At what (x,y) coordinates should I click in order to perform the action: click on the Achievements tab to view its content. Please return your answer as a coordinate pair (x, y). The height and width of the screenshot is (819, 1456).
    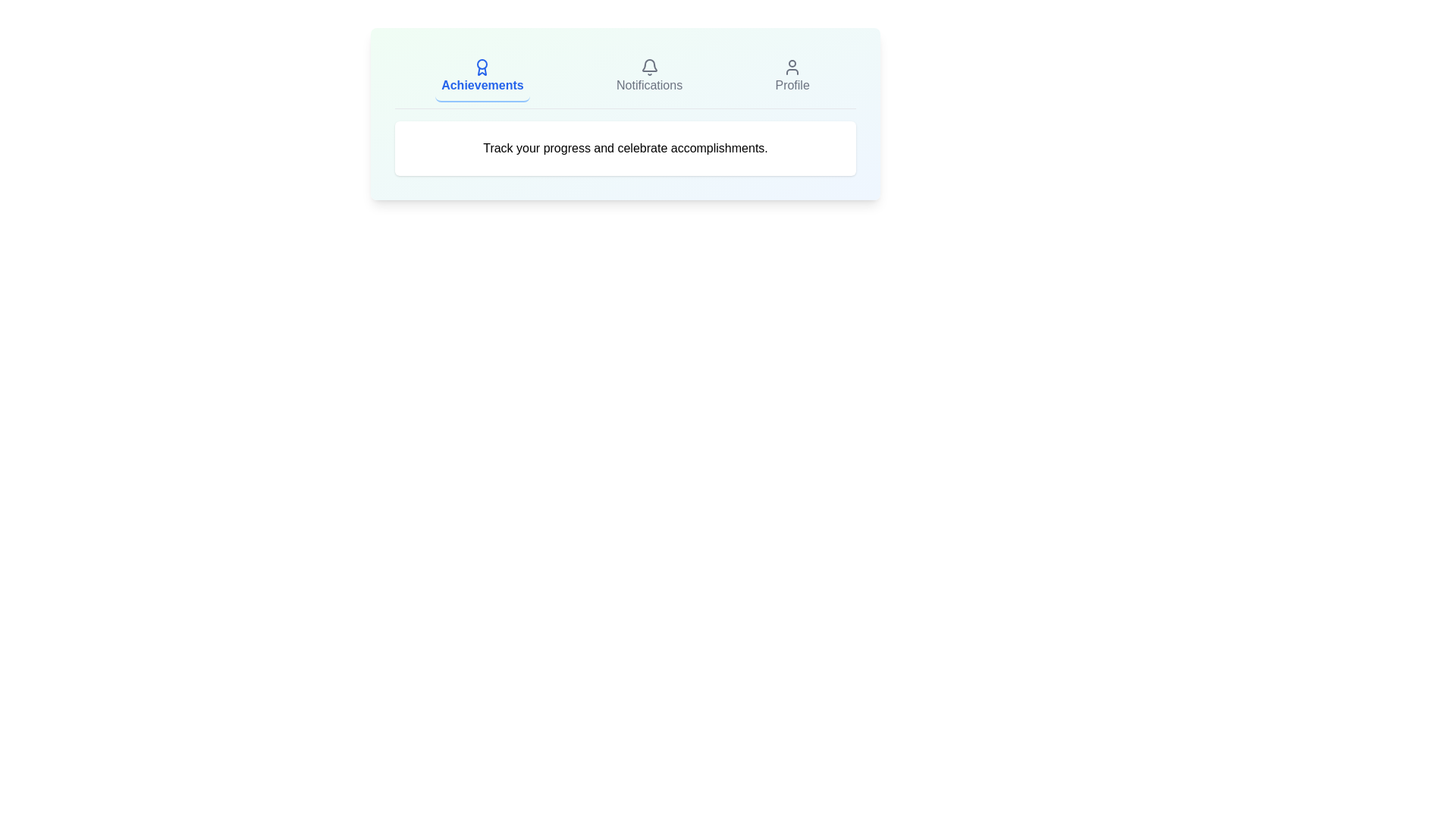
    Looking at the image, I should click on (482, 77).